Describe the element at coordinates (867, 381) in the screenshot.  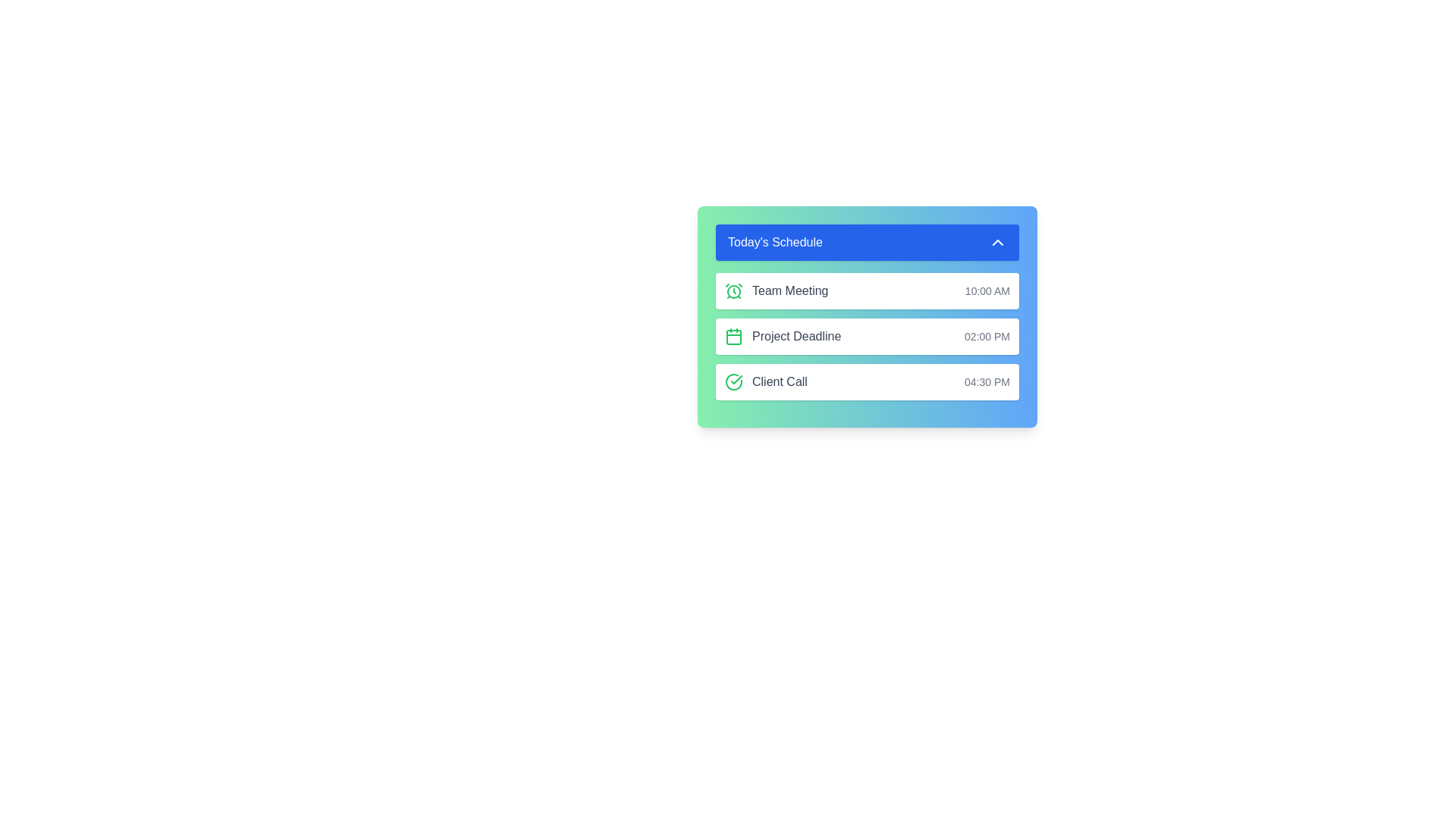
I see `the schedule item corresponding to Client Call` at that location.